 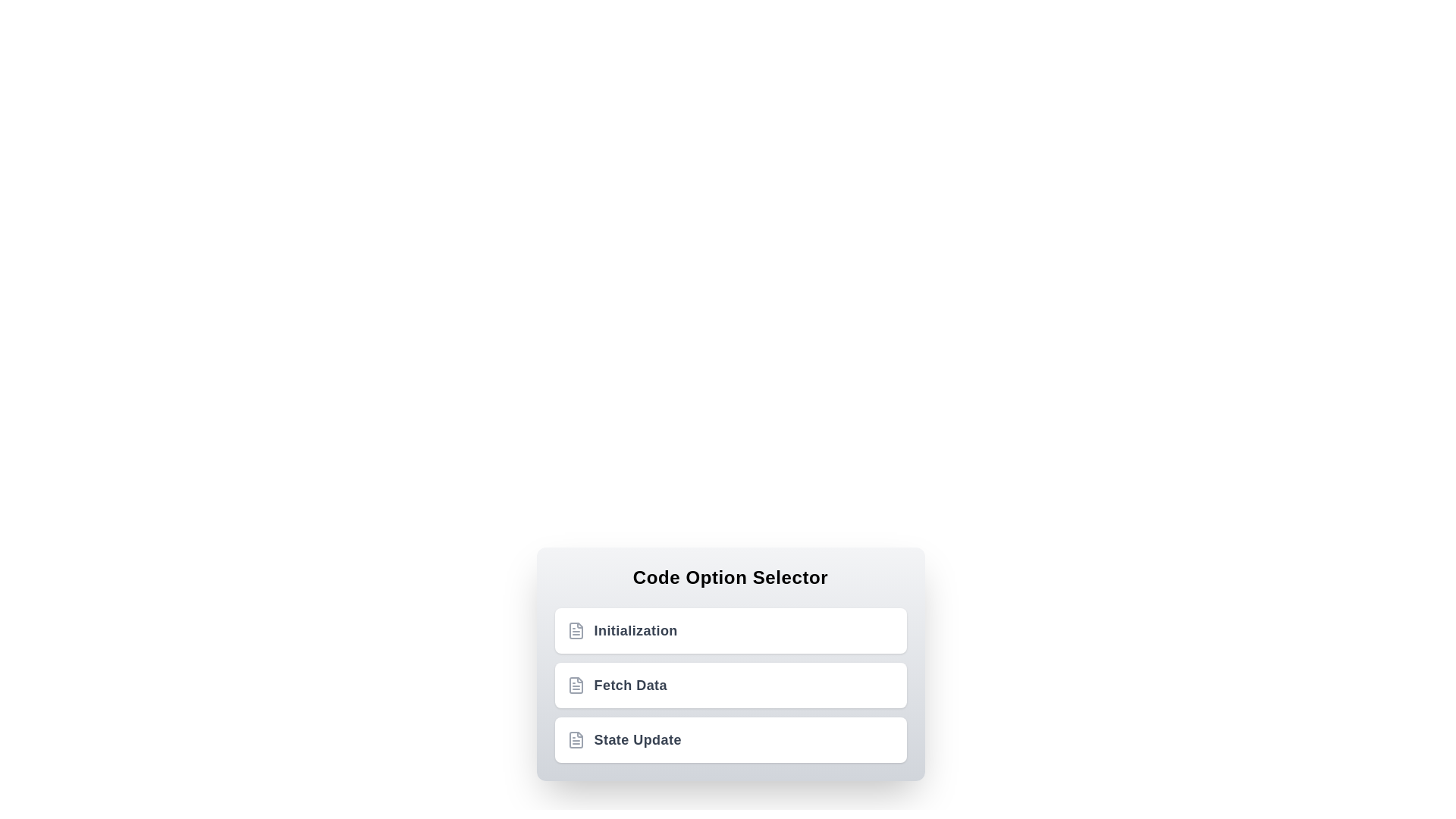 What do you see at coordinates (575, 739) in the screenshot?
I see `the document icon styled in gray, located next to the text 'State Update'` at bounding box center [575, 739].